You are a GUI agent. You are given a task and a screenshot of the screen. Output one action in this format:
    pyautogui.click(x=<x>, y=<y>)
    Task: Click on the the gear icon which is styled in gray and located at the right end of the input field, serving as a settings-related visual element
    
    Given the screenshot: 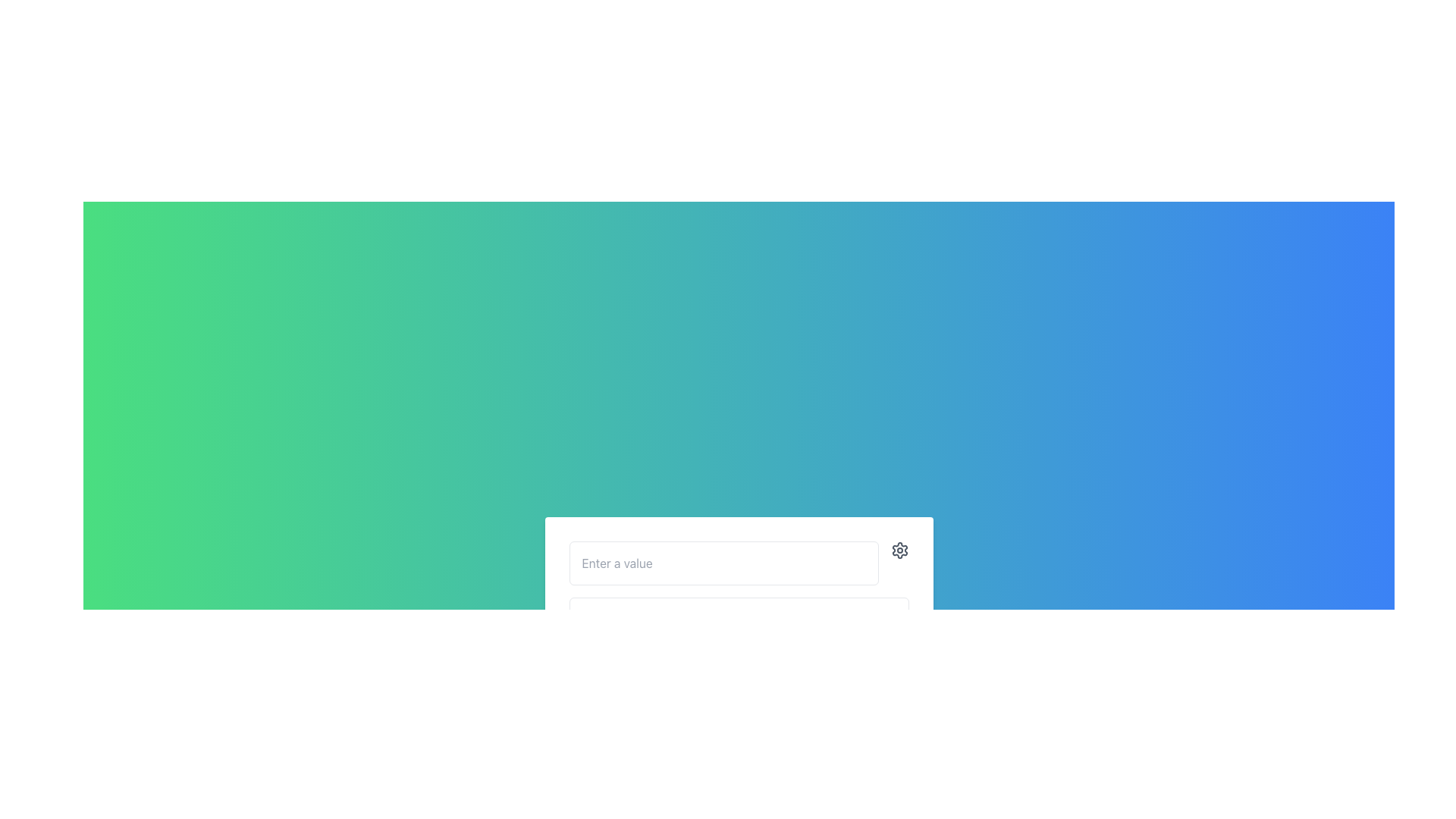 What is the action you would take?
    pyautogui.click(x=899, y=550)
    